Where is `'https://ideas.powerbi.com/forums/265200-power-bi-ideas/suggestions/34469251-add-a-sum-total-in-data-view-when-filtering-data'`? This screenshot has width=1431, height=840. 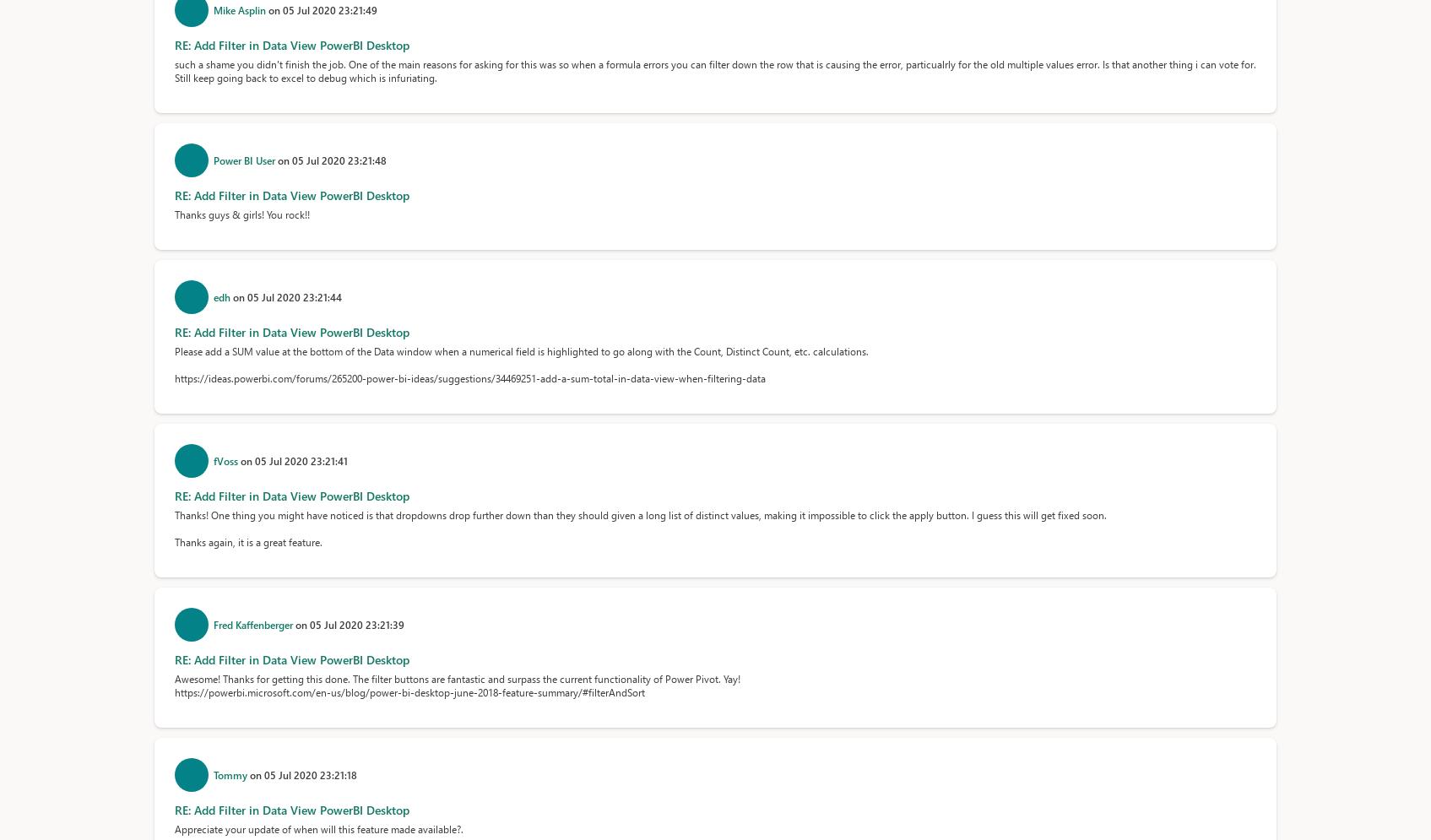
'https://ideas.powerbi.com/forums/265200-power-bi-ideas/suggestions/34469251-add-a-sum-total-in-data-view-when-filtering-data' is located at coordinates (469, 377).